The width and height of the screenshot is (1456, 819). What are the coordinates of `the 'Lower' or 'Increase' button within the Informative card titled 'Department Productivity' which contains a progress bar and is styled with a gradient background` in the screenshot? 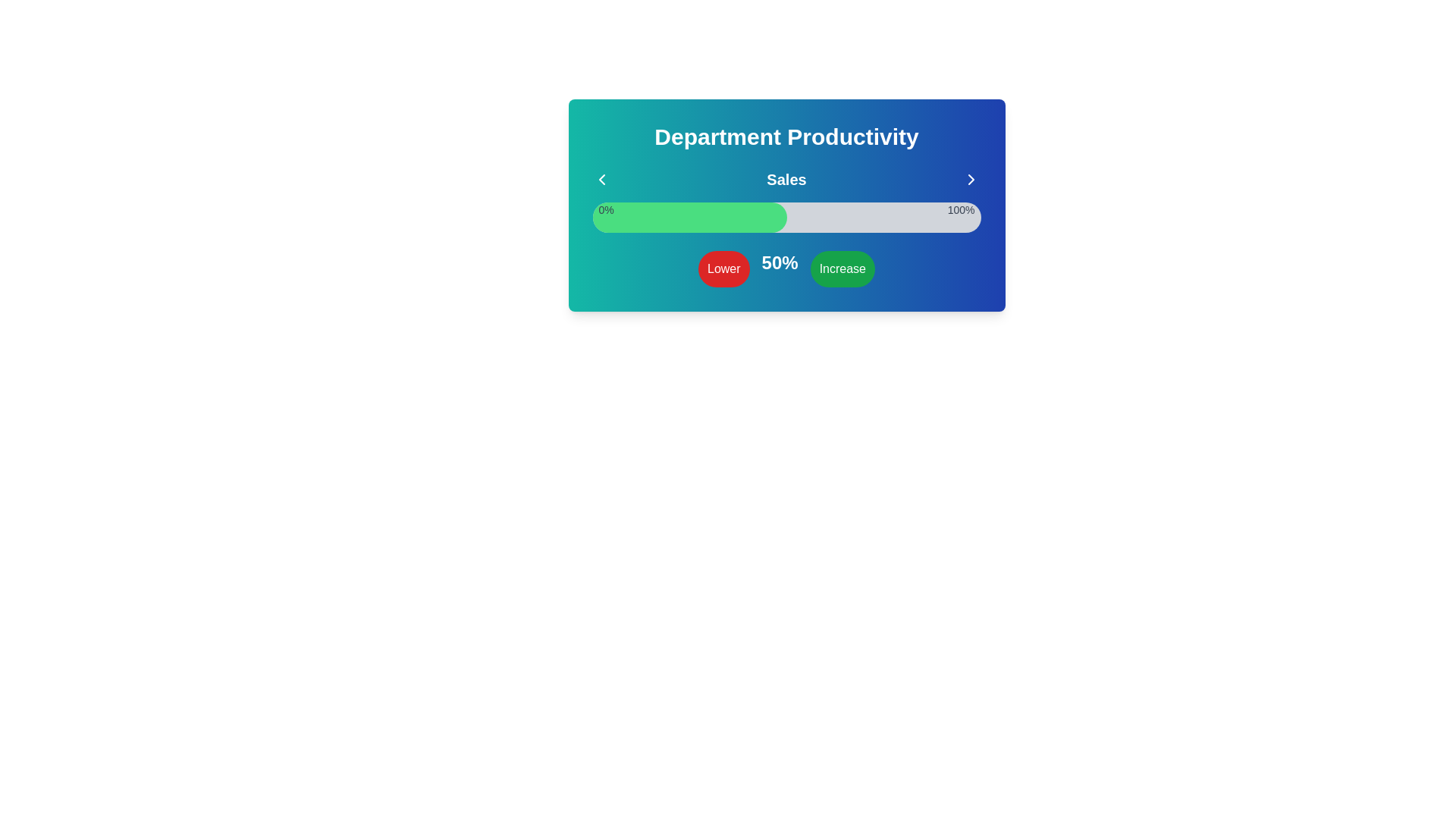 It's located at (786, 205).